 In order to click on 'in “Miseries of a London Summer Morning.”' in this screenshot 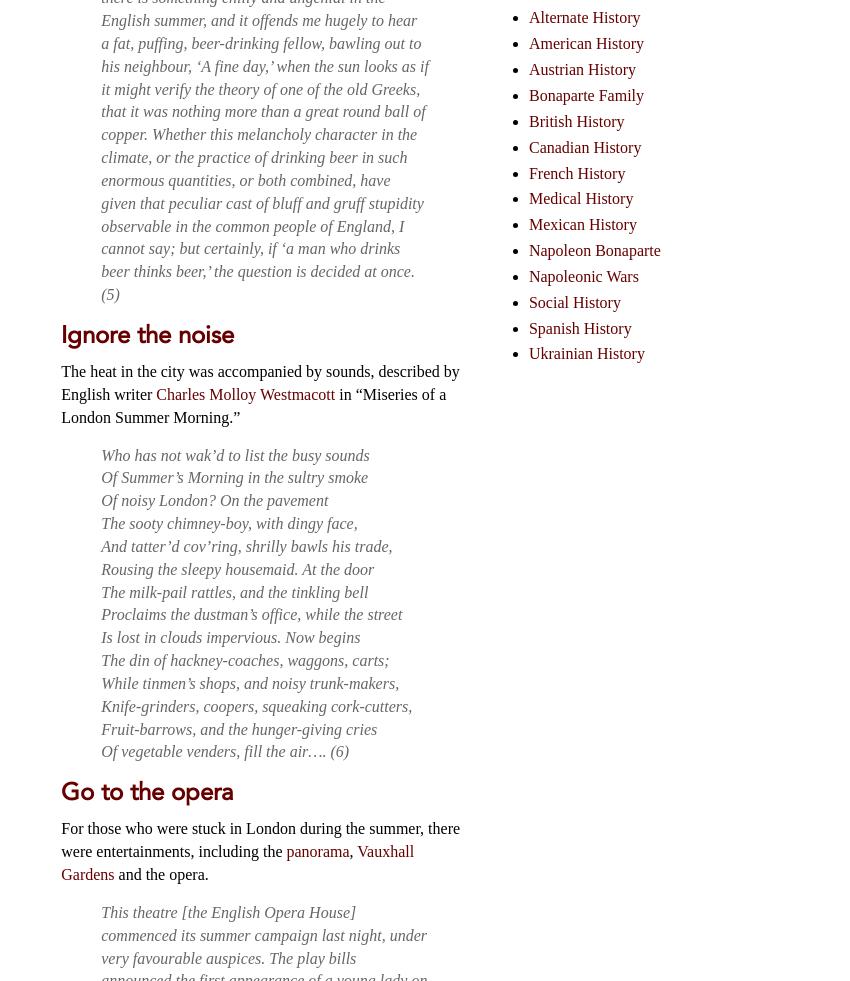, I will do `click(253, 403)`.